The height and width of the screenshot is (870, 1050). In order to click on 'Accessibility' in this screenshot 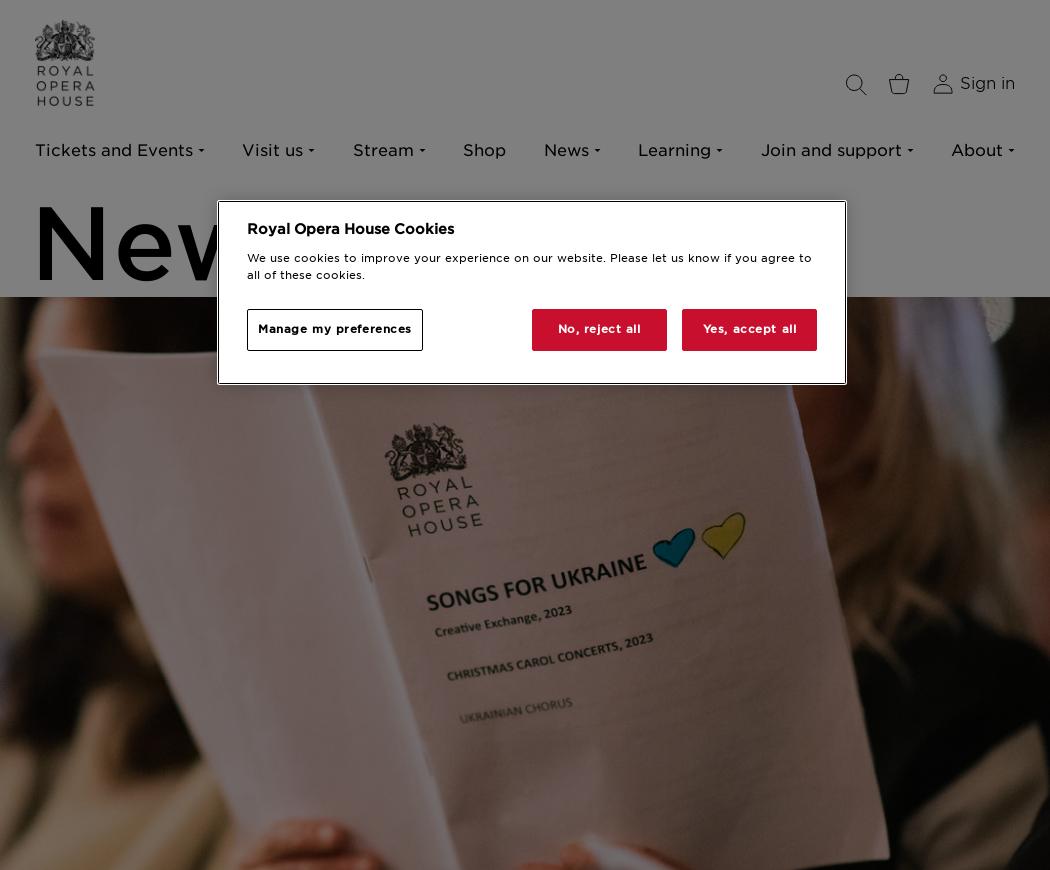, I will do `click(88, 269)`.